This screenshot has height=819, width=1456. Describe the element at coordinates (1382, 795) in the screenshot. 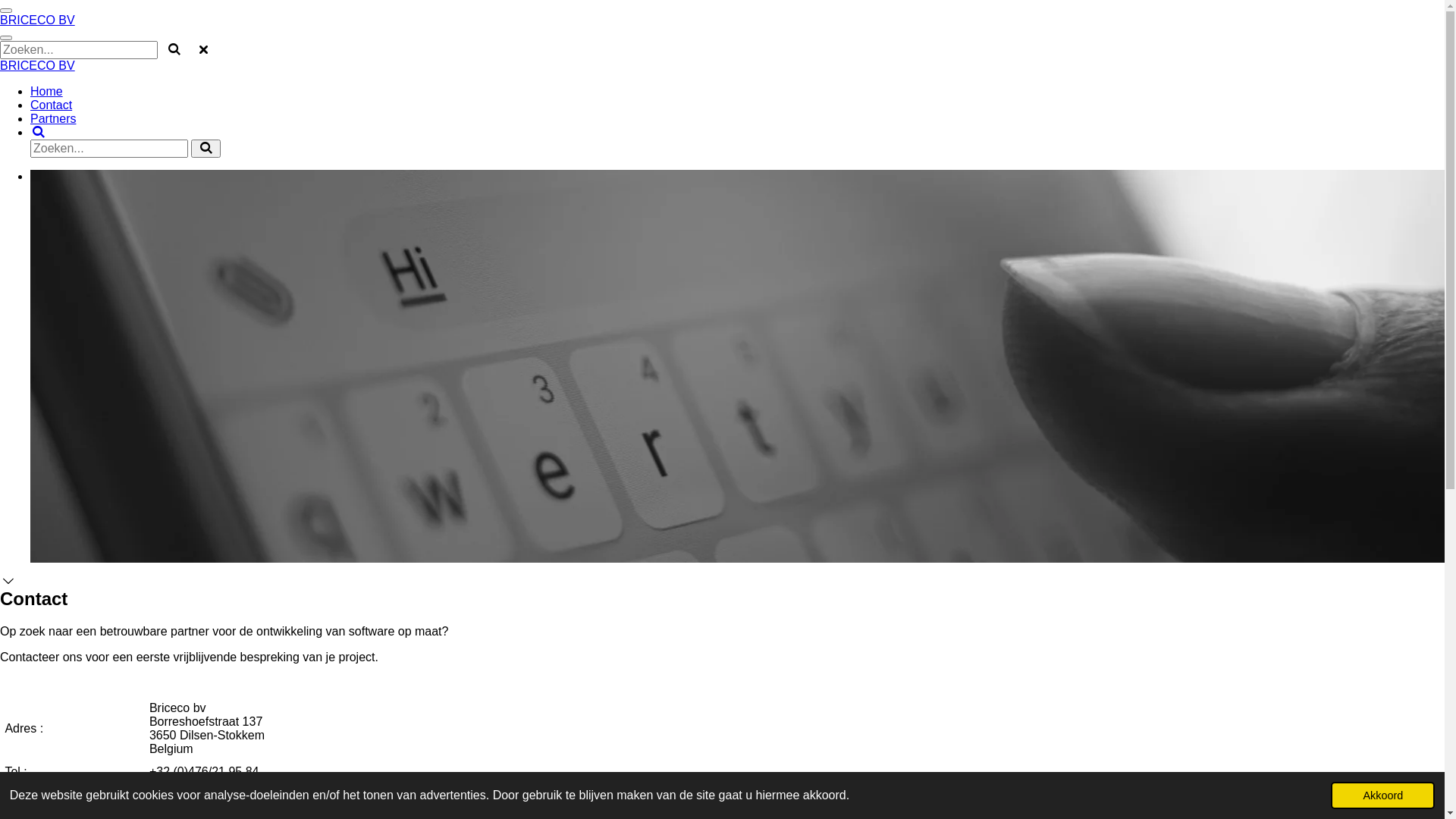

I see `'Akkoord'` at that location.